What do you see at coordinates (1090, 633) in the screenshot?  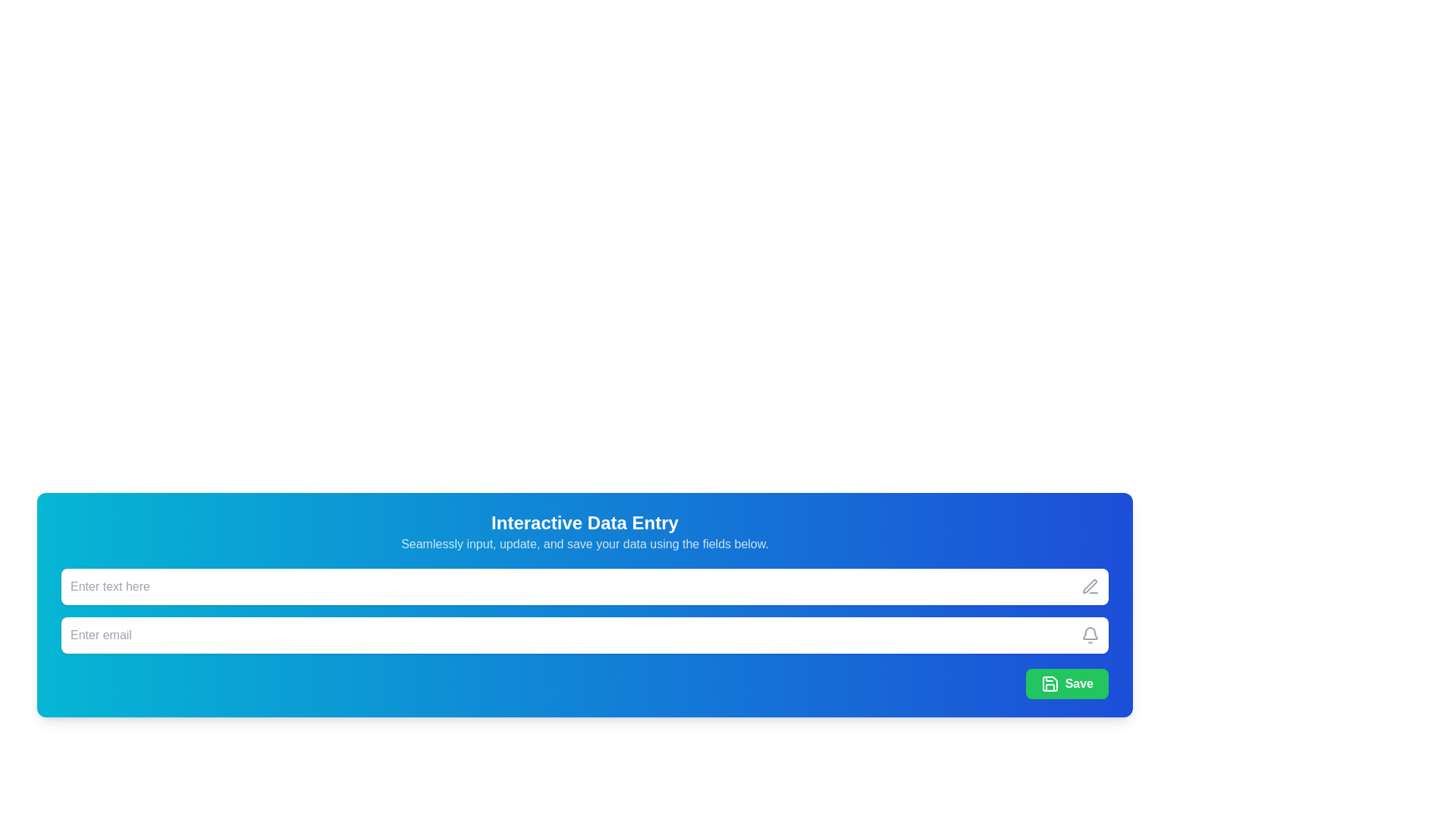 I see `the main body of the bell icon, which is represented by an outlined semicircular shape with a small protrusion at the top, located at the top right corner of the interface` at bounding box center [1090, 633].